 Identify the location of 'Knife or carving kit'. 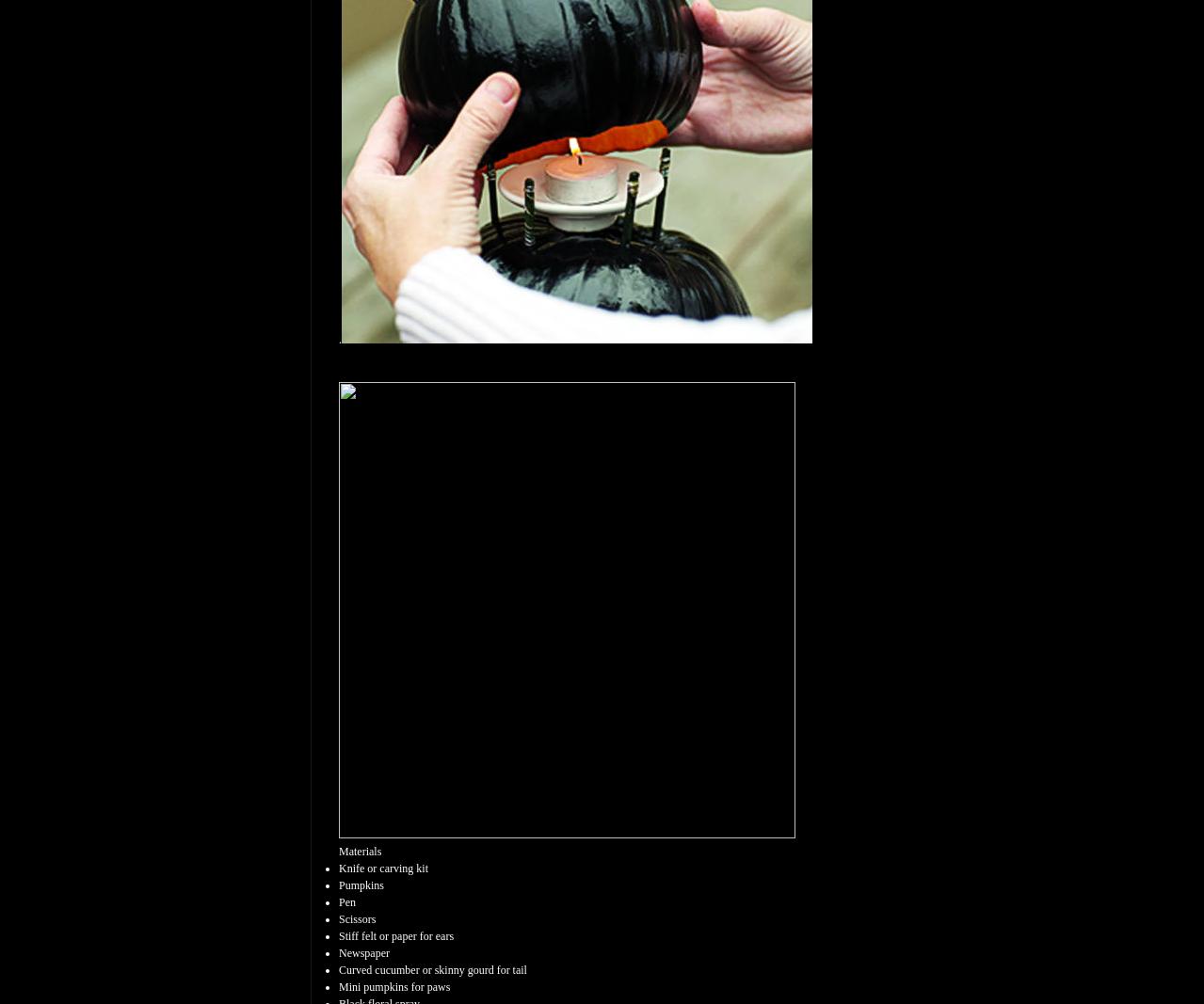
(381, 868).